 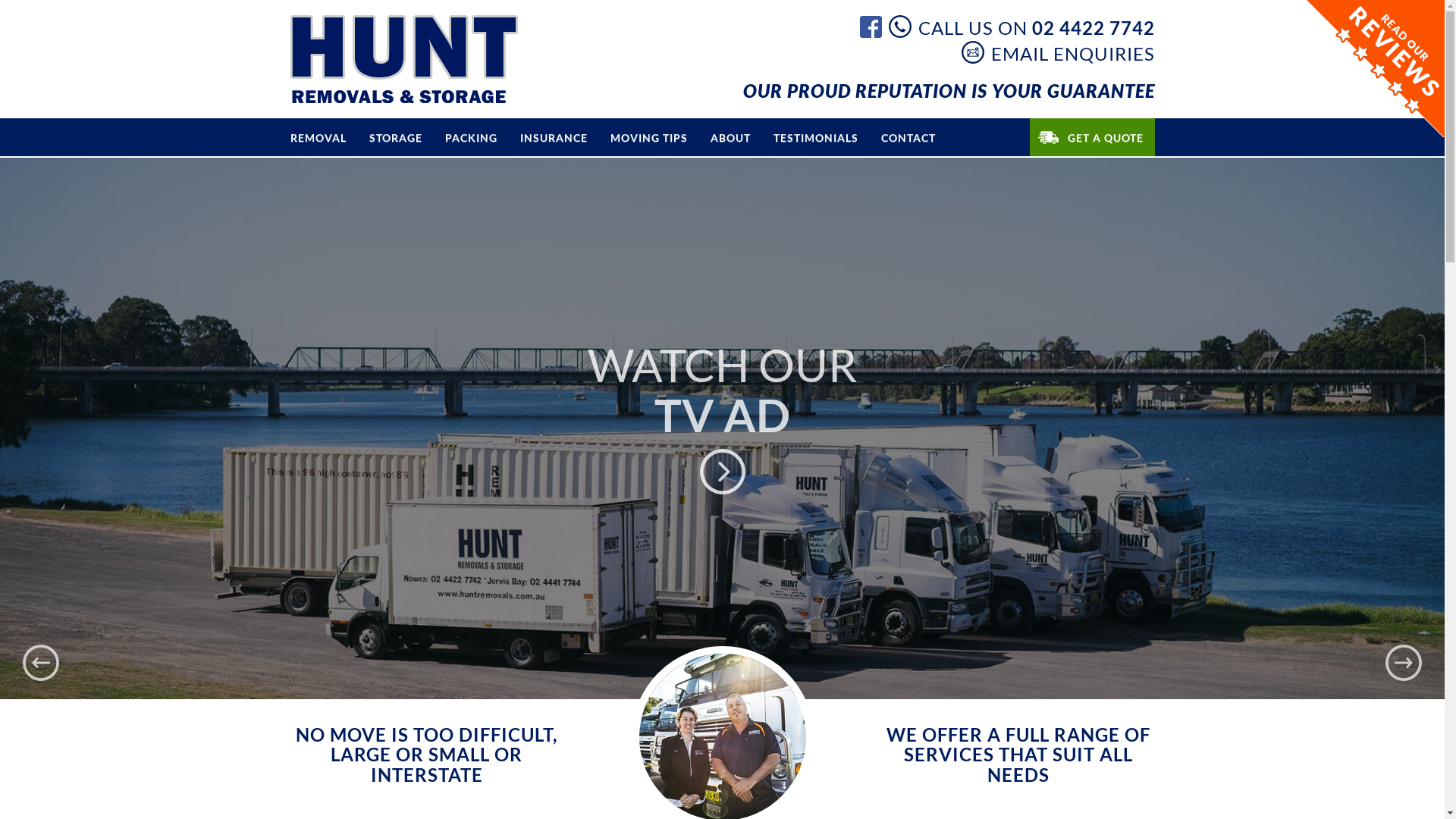 I want to click on 'EMAIL ENQUIRIES', so click(x=1057, y=52).